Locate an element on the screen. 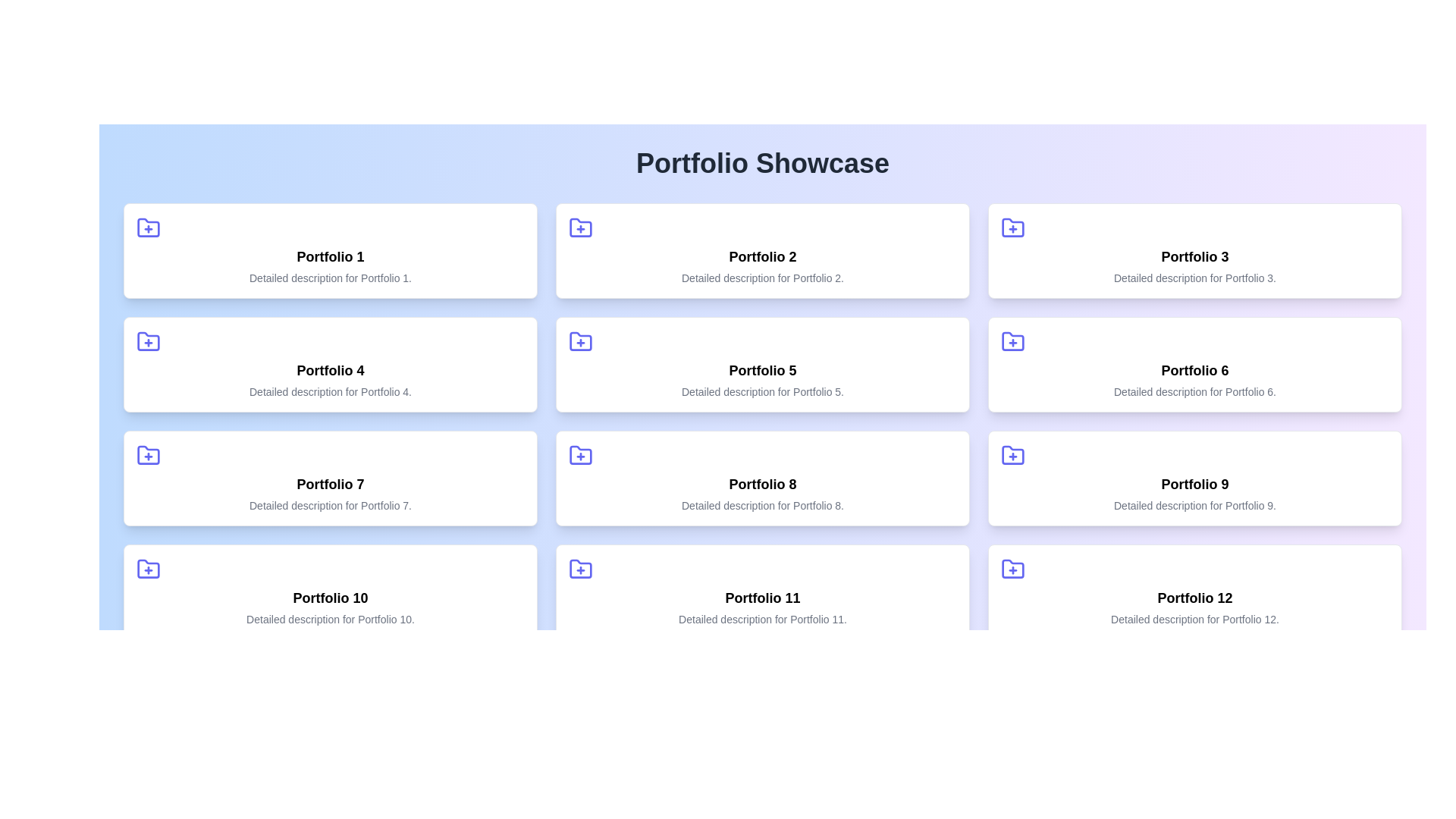  the prominent text component displaying the heading 'Portfolio Showcase', which is styled with large, bold, and centered text in a grayish-black color is located at coordinates (763, 164).